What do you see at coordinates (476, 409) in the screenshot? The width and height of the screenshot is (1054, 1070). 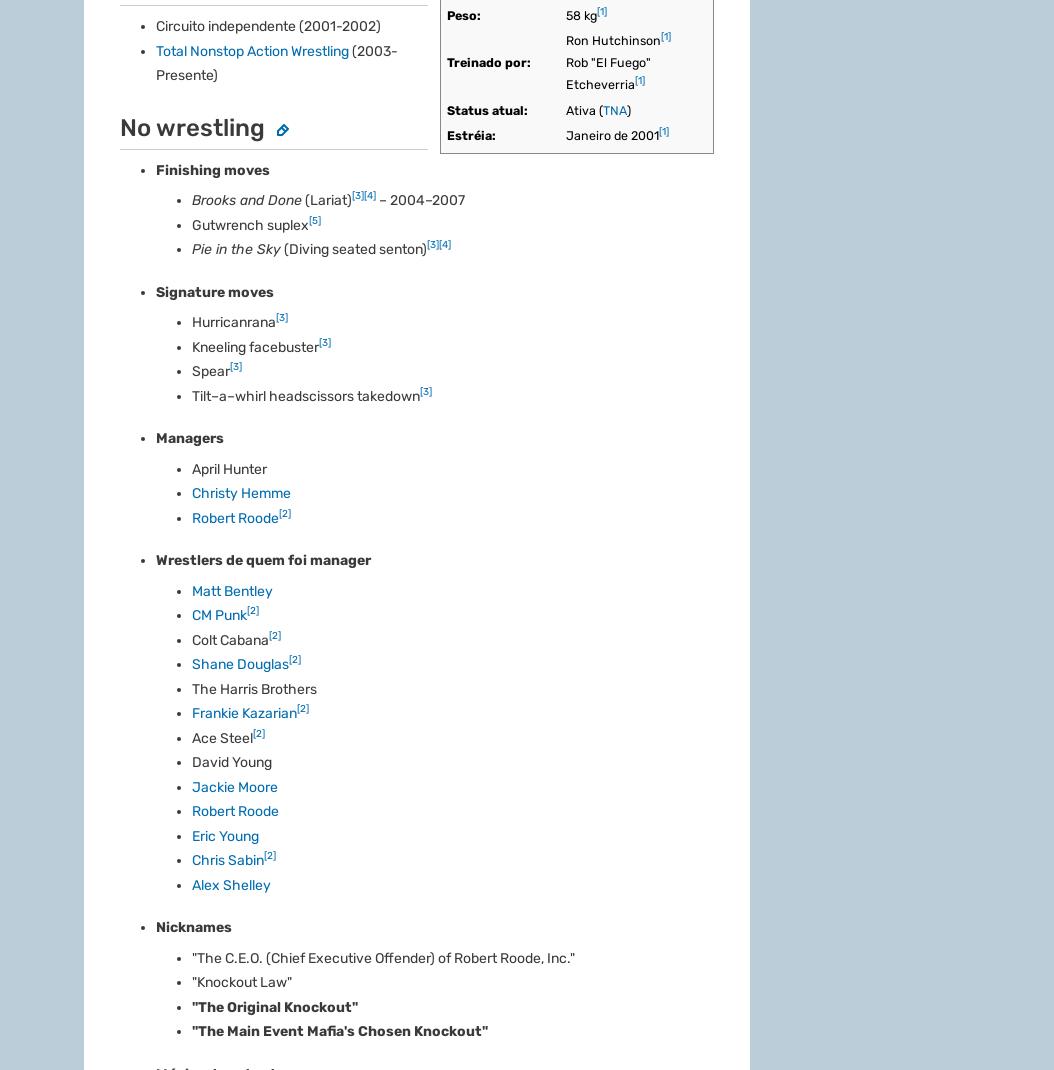 I see `'Termos de uso'` at bounding box center [476, 409].